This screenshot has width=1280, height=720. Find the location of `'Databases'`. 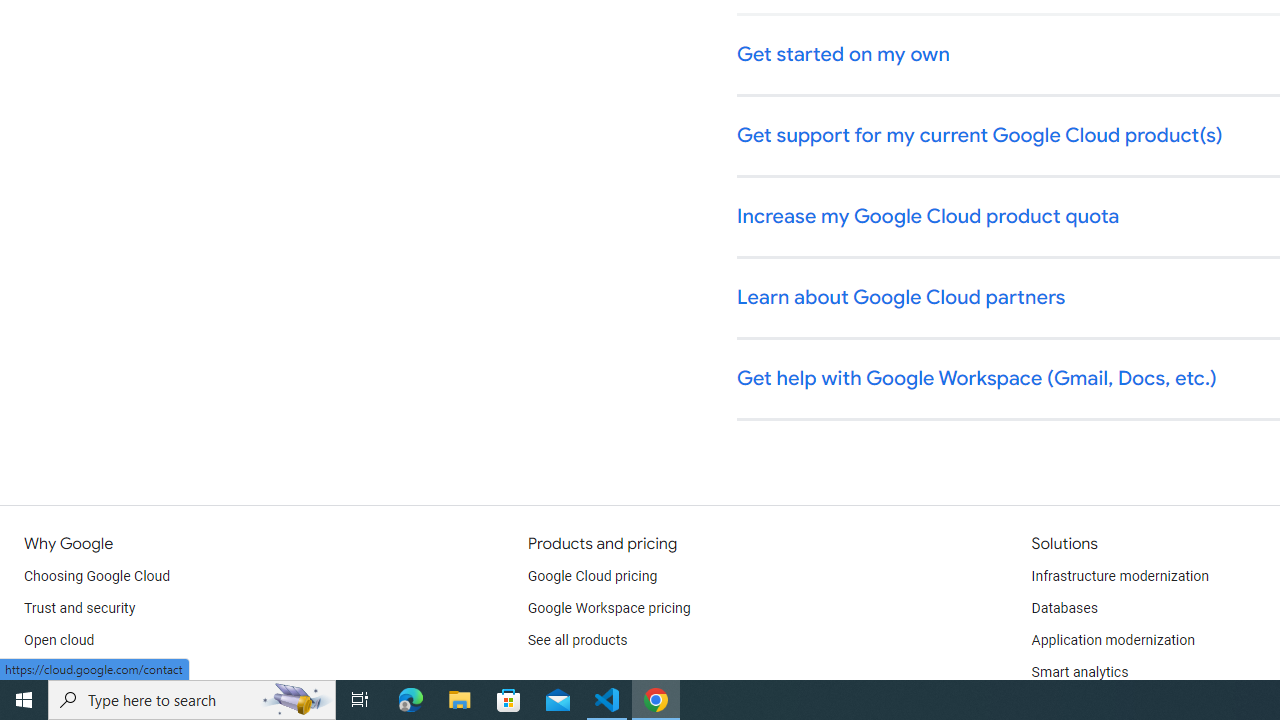

'Databases' is located at coordinates (1063, 608).